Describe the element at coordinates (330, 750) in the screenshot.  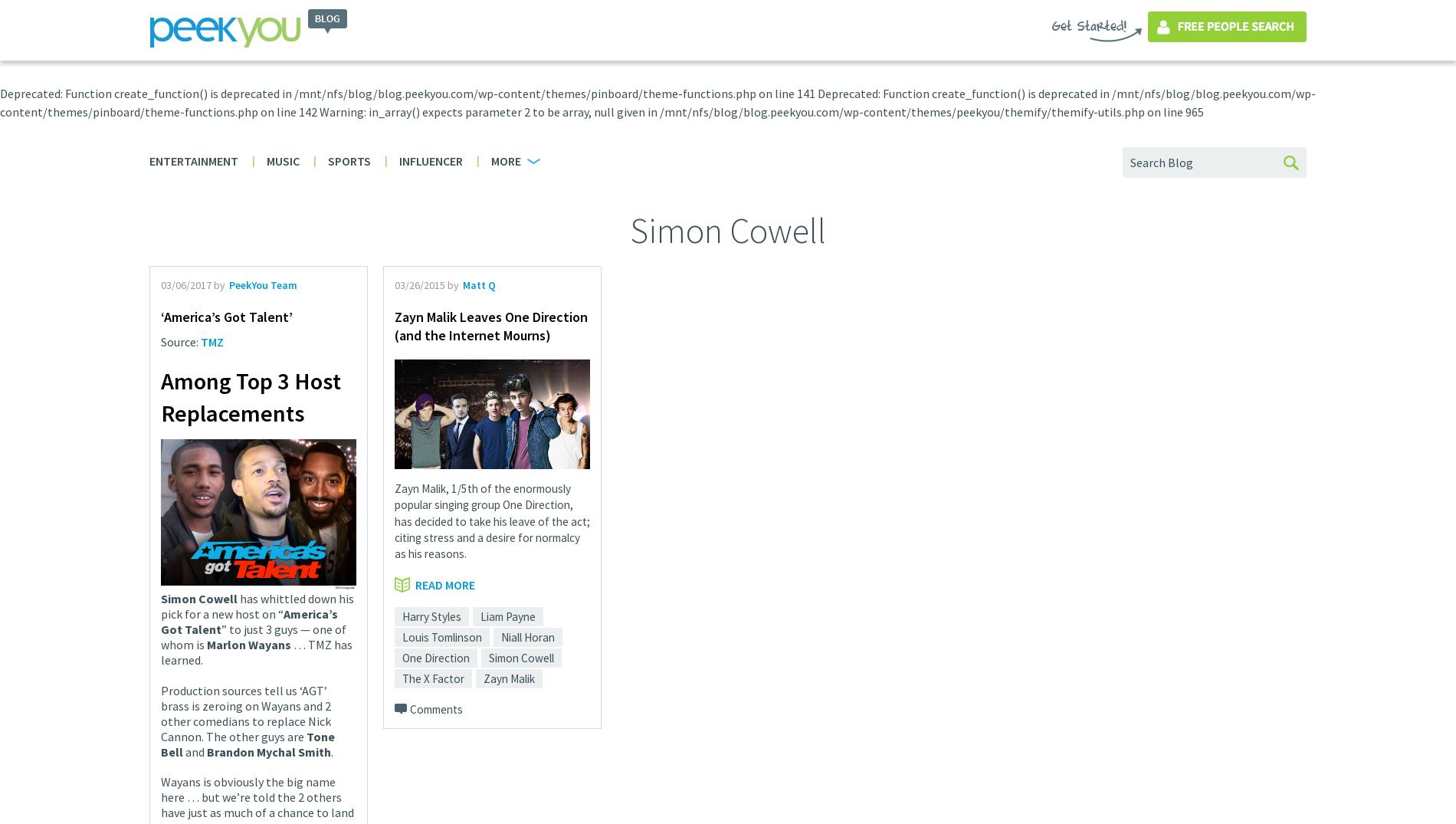
I see `'.'` at that location.